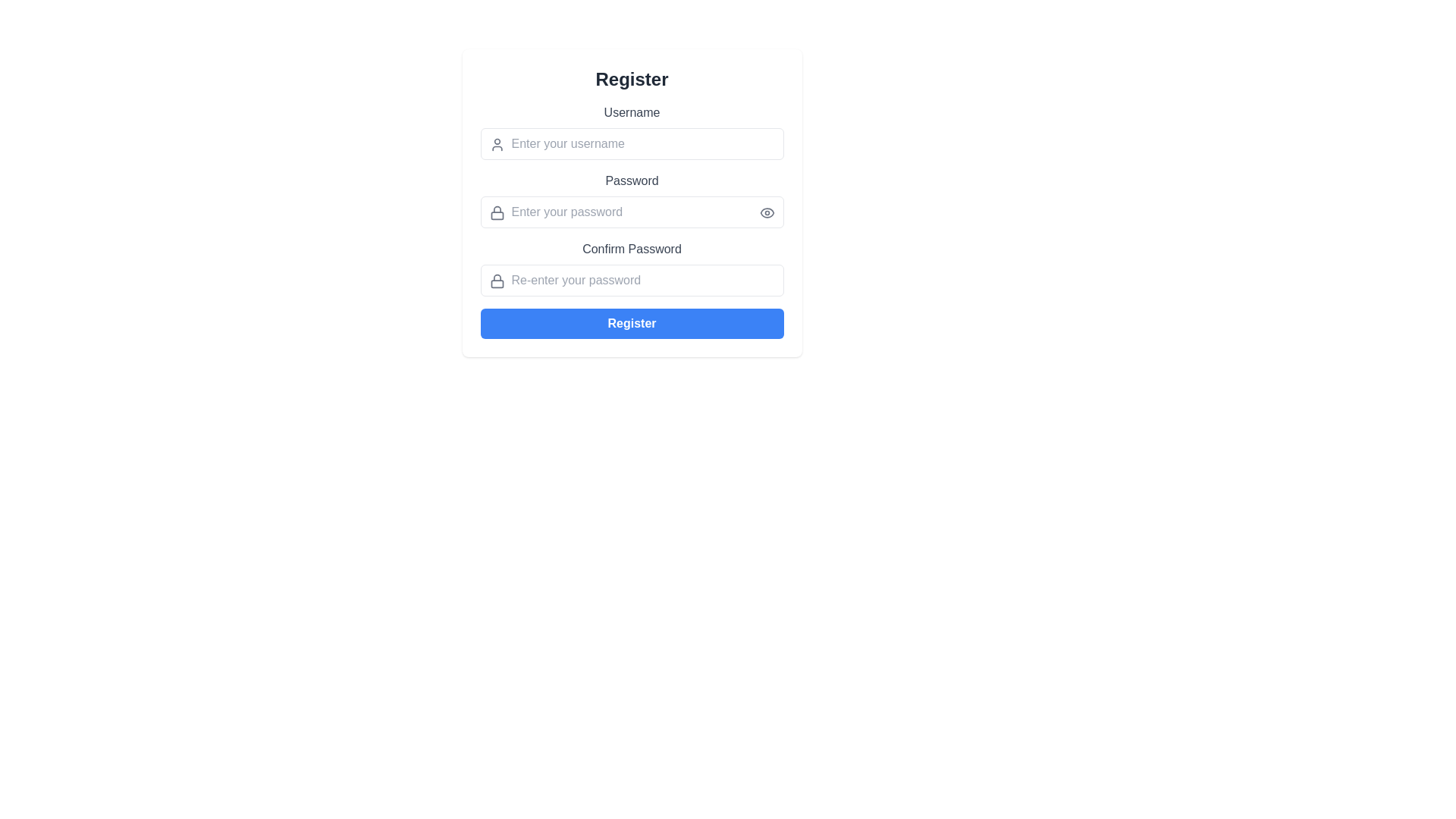  What do you see at coordinates (497, 213) in the screenshot?
I see `the password entry icon located to the left of the password input field, which visually indicates the field's purpose` at bounding box center [497, 213].